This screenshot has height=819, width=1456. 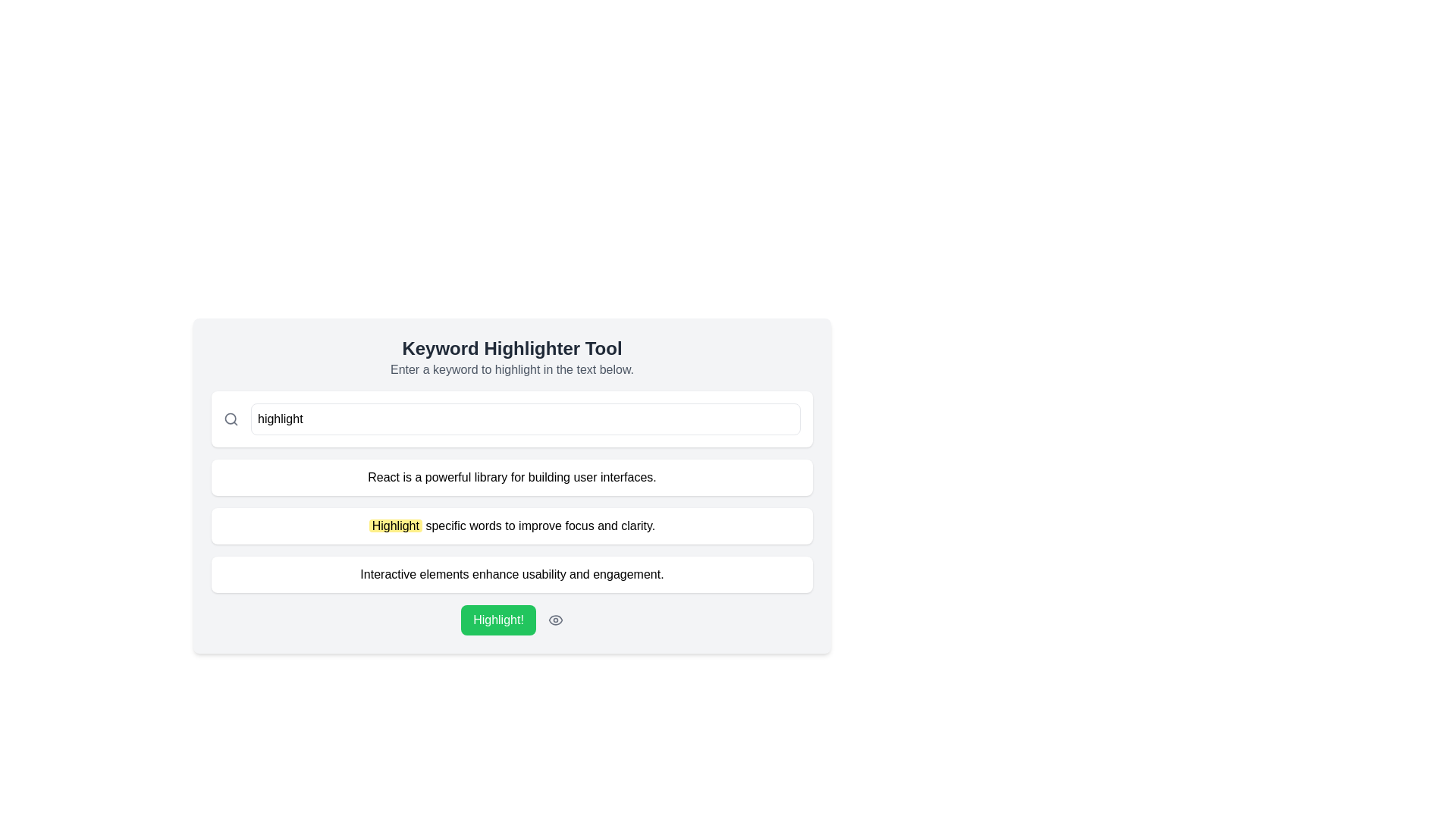 I want to click on the gray magnifying glass icon located on the left side of the 'Type a word, so click(x=231, y=419).